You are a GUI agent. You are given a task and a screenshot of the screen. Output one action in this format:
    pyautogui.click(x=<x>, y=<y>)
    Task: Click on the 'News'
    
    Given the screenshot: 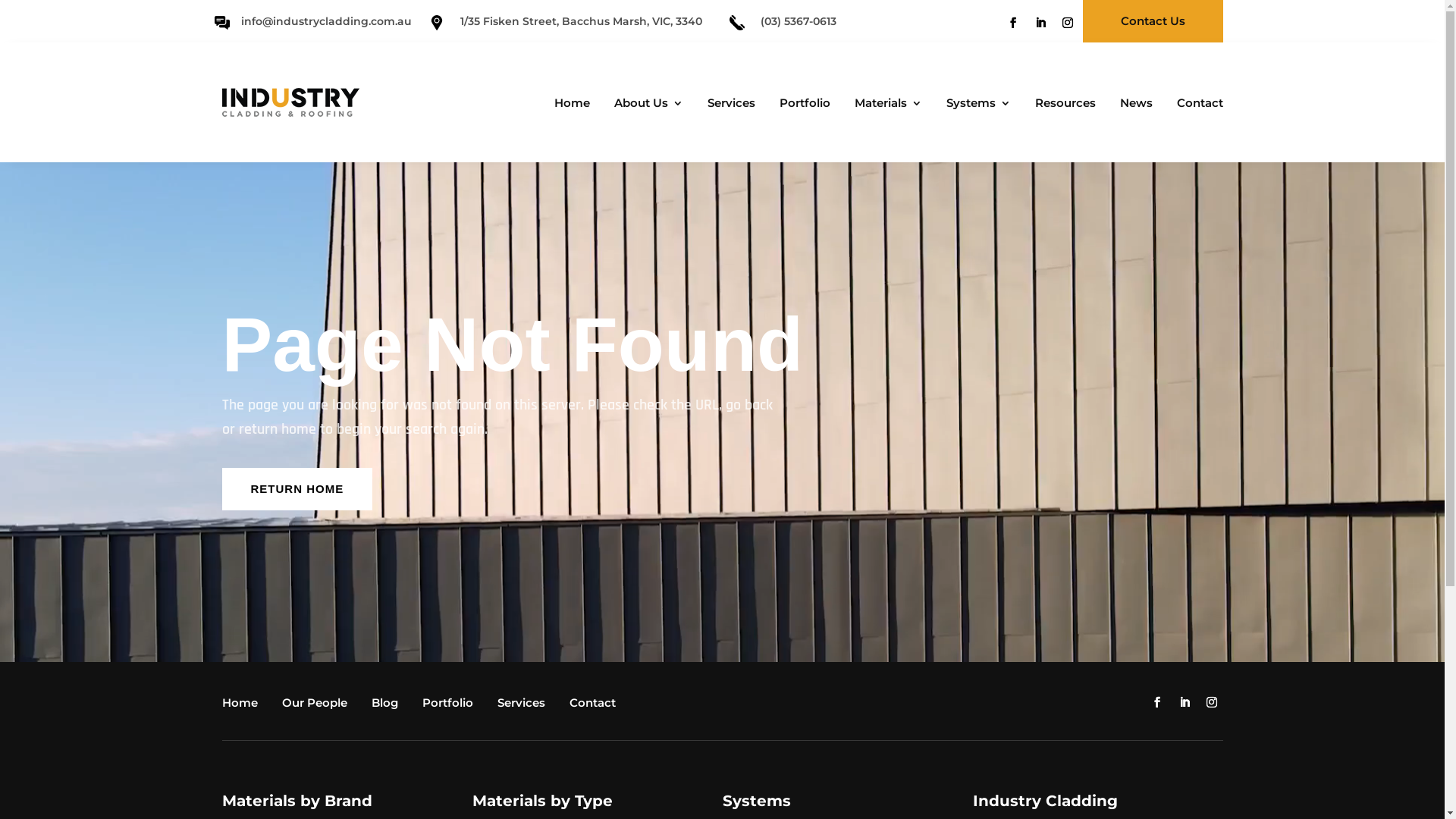 What is the action you would take?
    pyautogui.click(x=1111, y=104)
    